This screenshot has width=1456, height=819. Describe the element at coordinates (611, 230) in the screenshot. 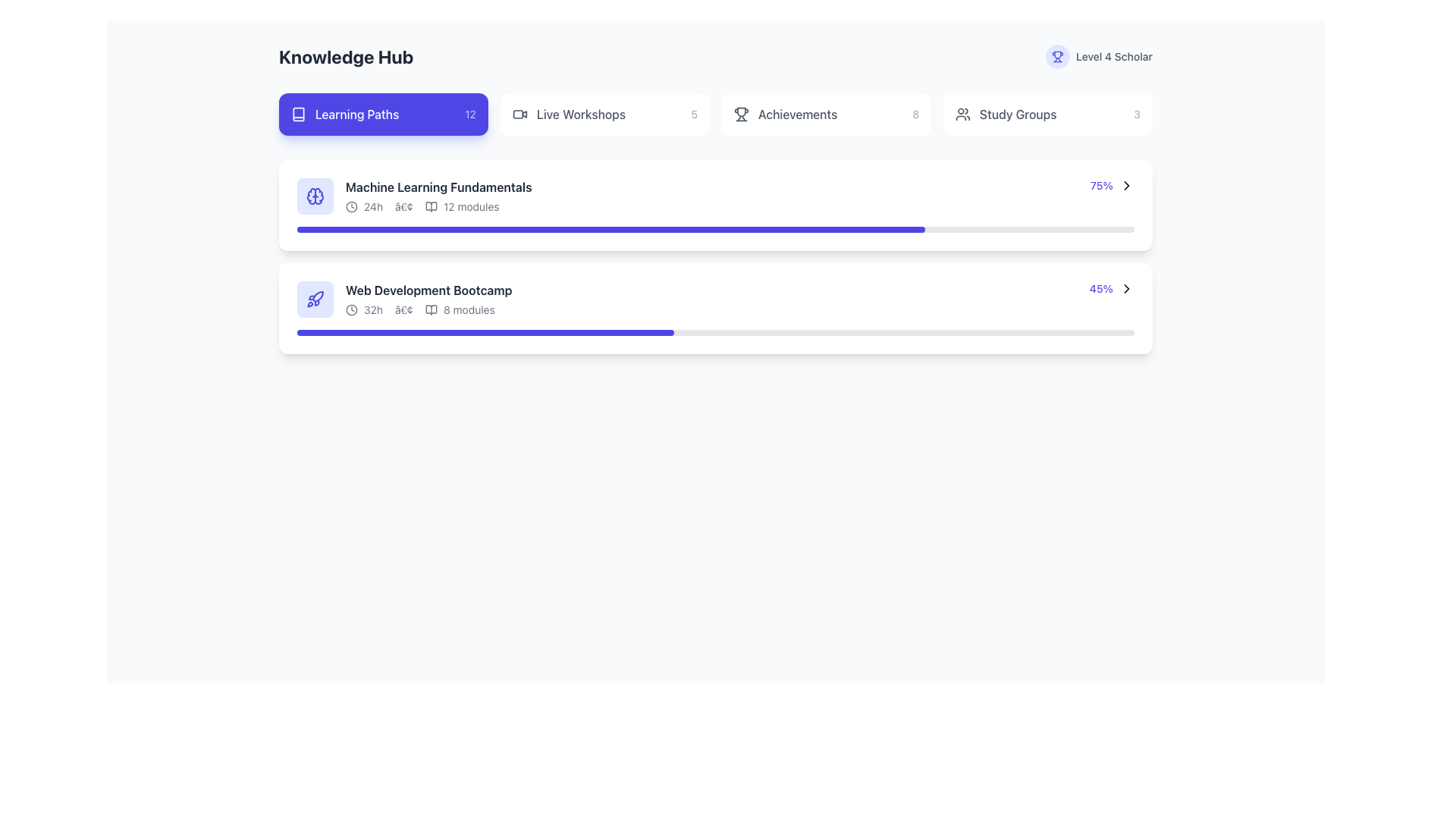

I see `the indigo-colored progress bar filled to 75% for the 'Machine Learning Fundamentals' section` at that location.